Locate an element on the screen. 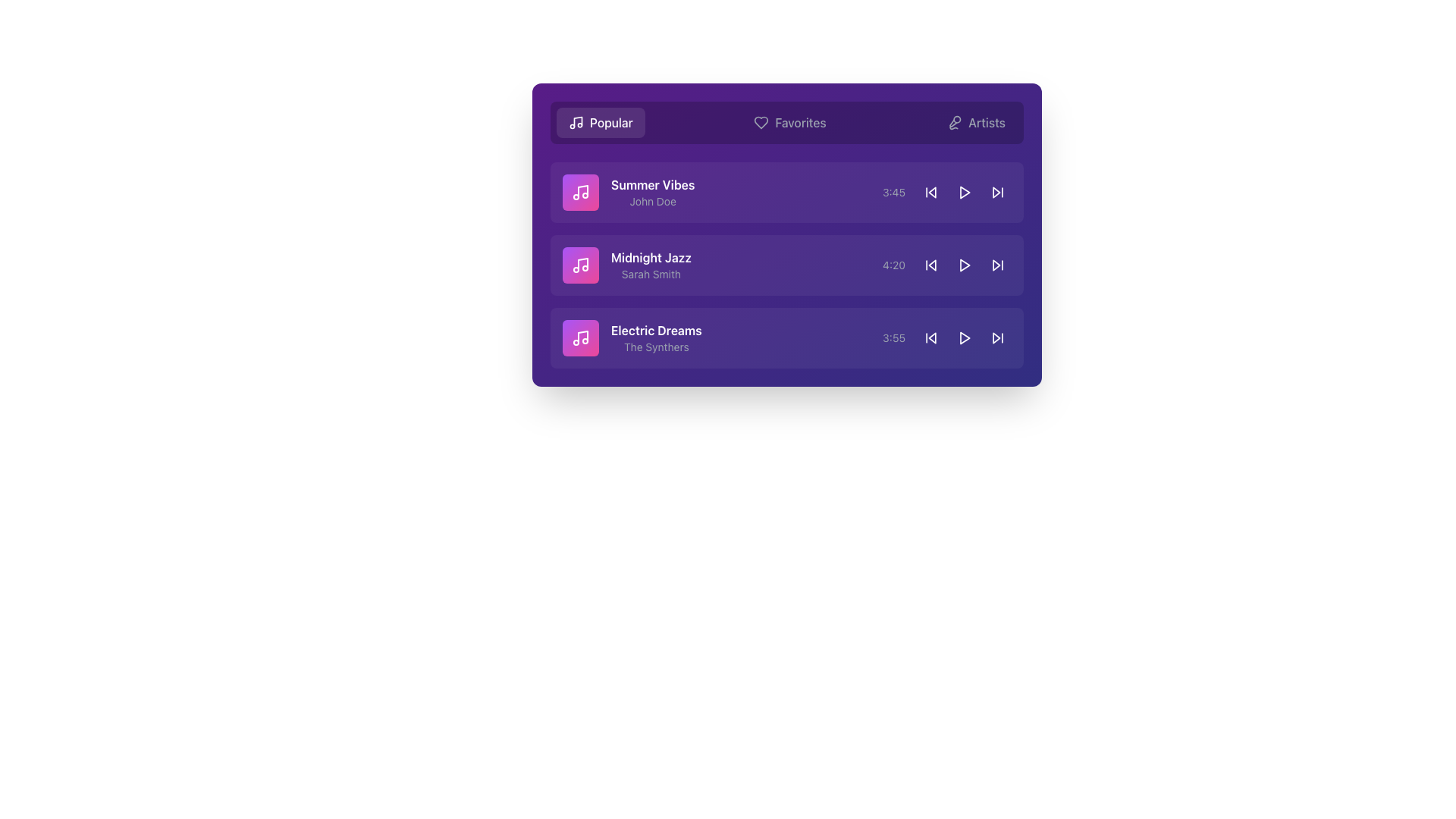 The image size is (1456, 819). the 'Skip forward' button located at the far right side of the second row in the song list is located at coordinates (997, 192).